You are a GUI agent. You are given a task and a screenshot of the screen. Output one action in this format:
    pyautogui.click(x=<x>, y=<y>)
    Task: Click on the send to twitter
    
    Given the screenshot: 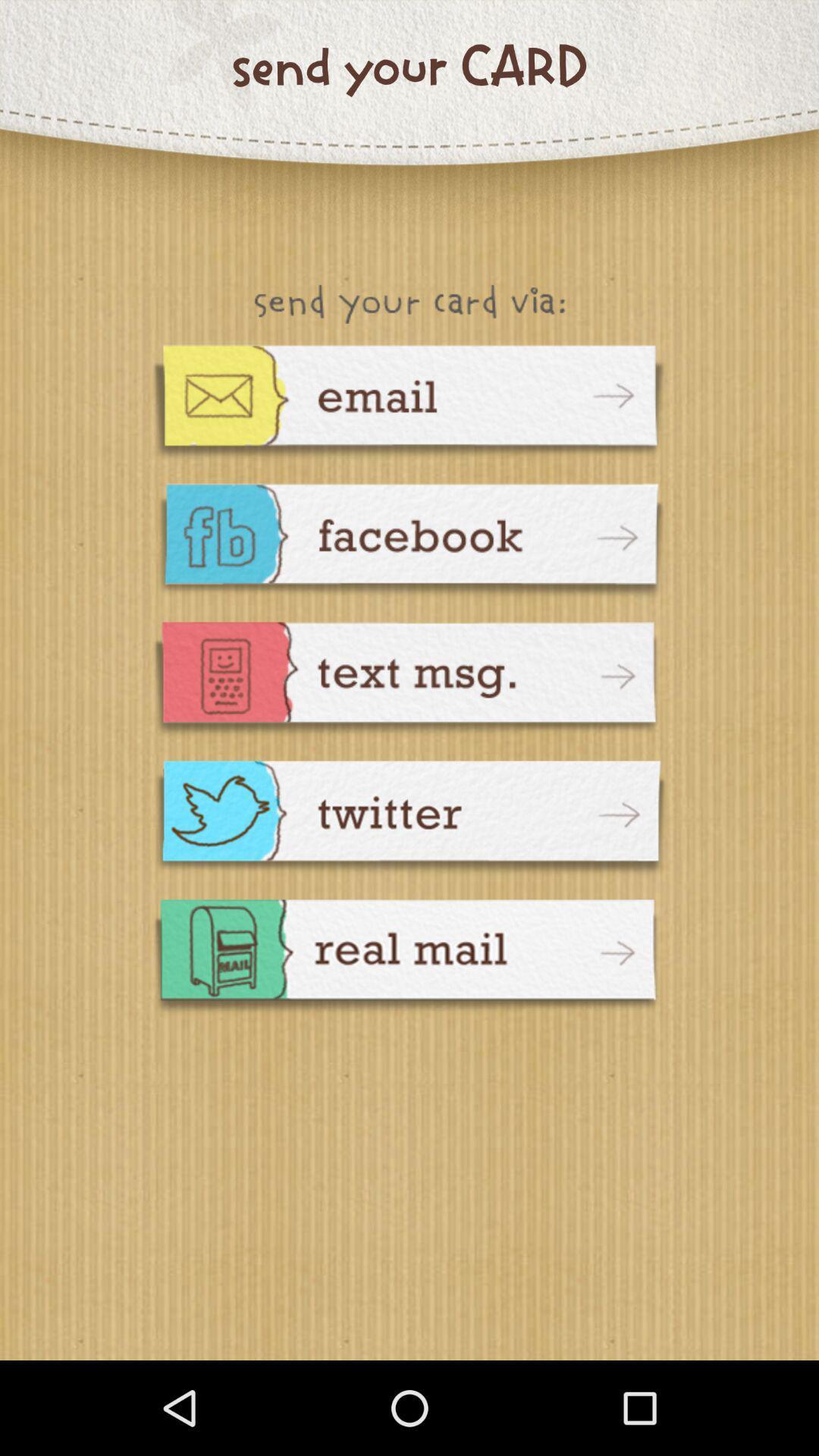 What is the action you would take?
    pyautogui.click(x=409, y=819)
    